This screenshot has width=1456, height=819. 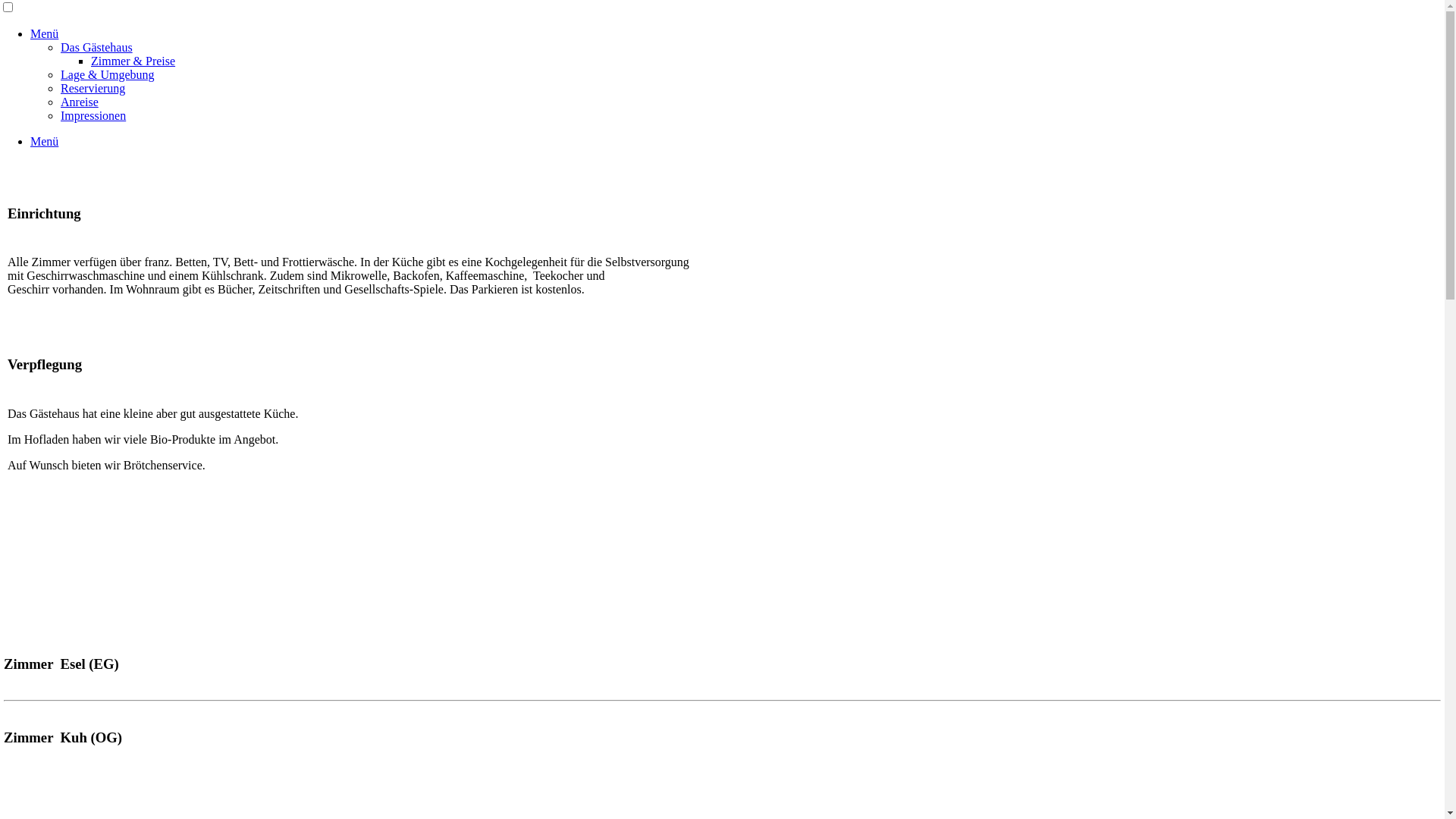 What do you see at coordinates (61, 74) in the screenshot?
I see `'Lage & Umgebung'` at bounding box center [61, 74].